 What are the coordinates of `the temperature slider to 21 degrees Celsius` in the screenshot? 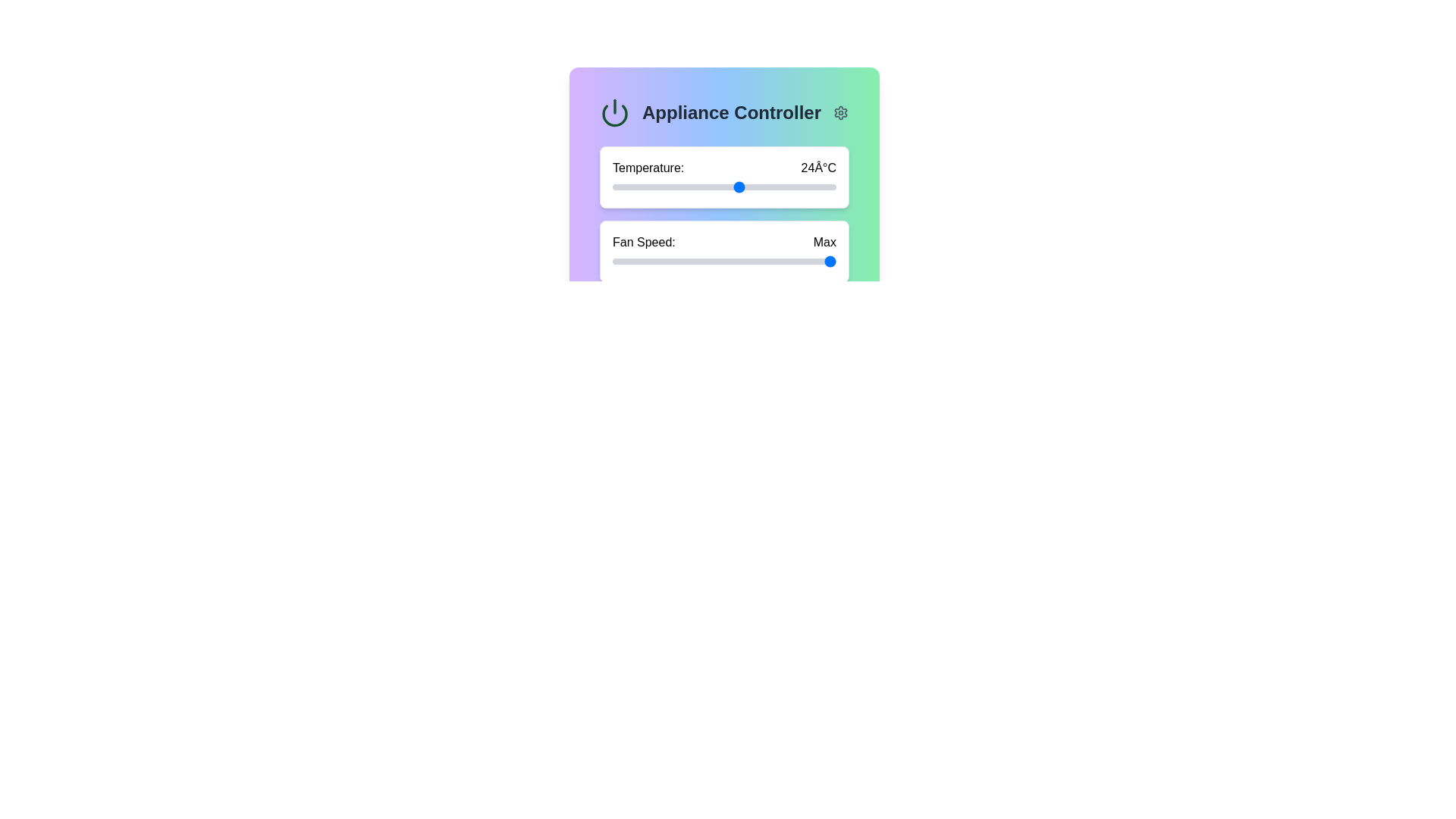 It's located at (692, 186).